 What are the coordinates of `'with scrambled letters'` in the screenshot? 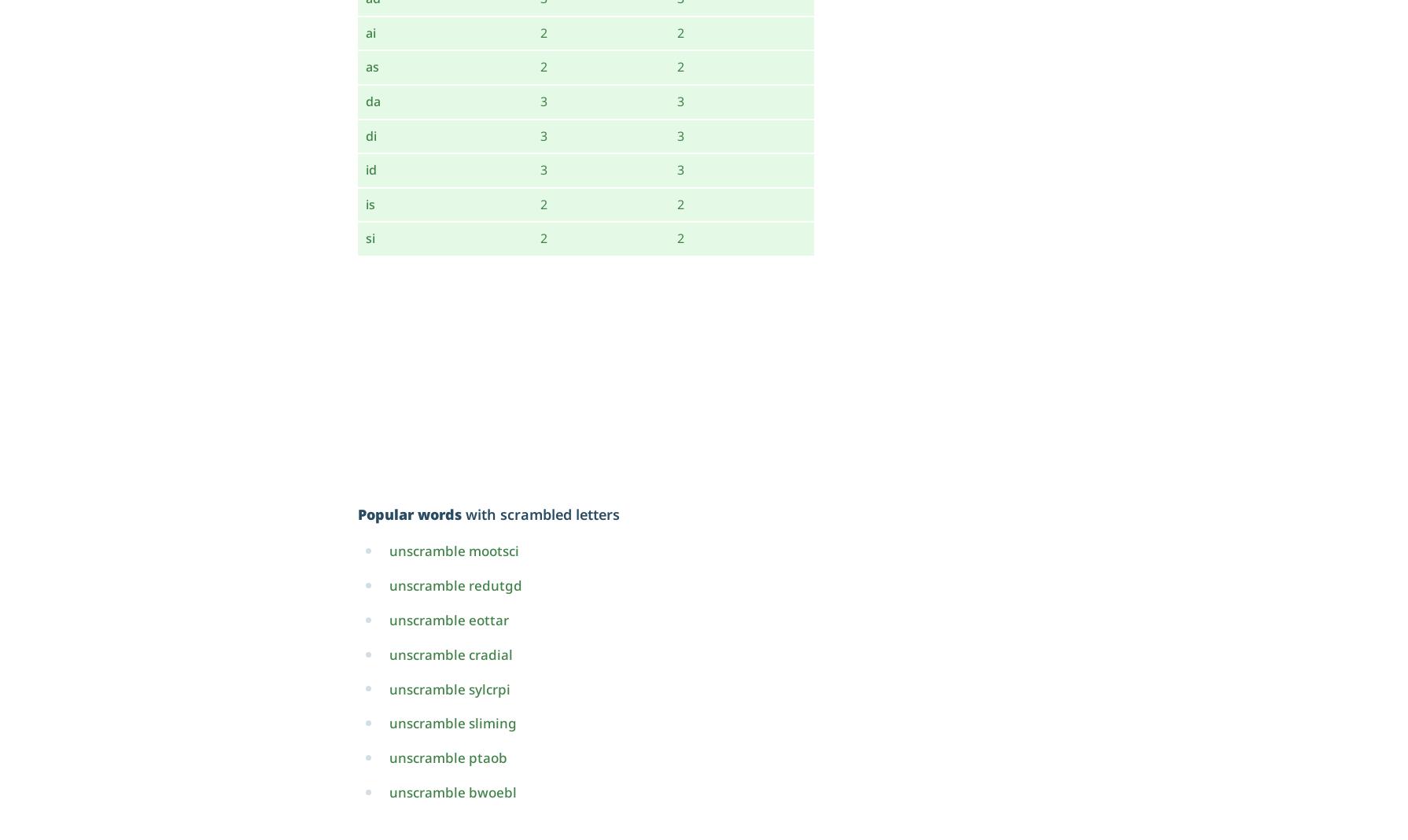 It's located at (460, 512).